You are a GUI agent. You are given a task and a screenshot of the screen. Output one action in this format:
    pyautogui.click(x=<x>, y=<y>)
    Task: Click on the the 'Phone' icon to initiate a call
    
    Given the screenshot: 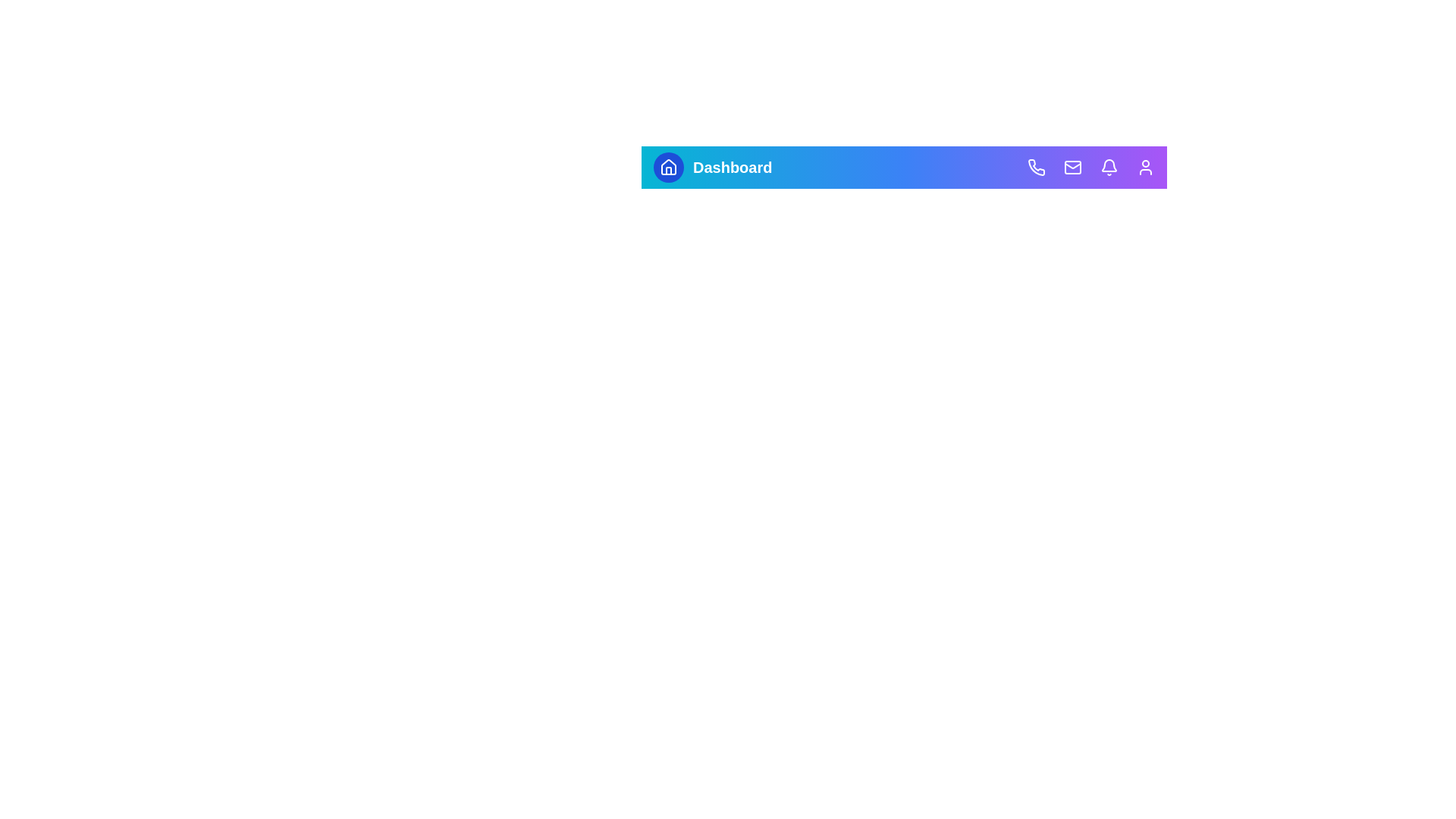 What is the action you would take?
    pyautogui.click(x=1036, y=167)
    